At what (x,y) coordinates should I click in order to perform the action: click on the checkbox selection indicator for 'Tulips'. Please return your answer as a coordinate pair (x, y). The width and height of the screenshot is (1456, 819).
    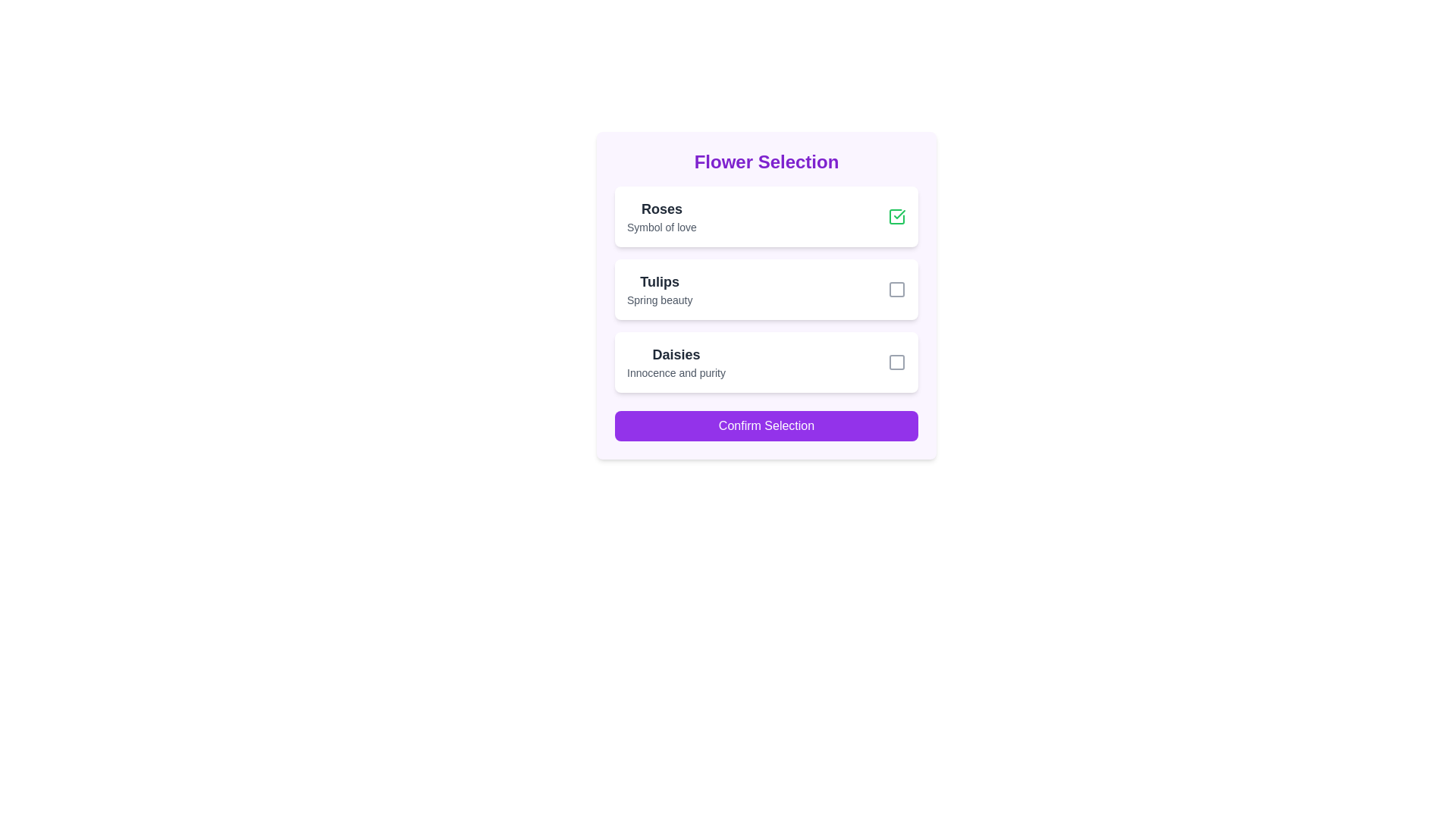
    Looking at the image, I should click on (896, 289).